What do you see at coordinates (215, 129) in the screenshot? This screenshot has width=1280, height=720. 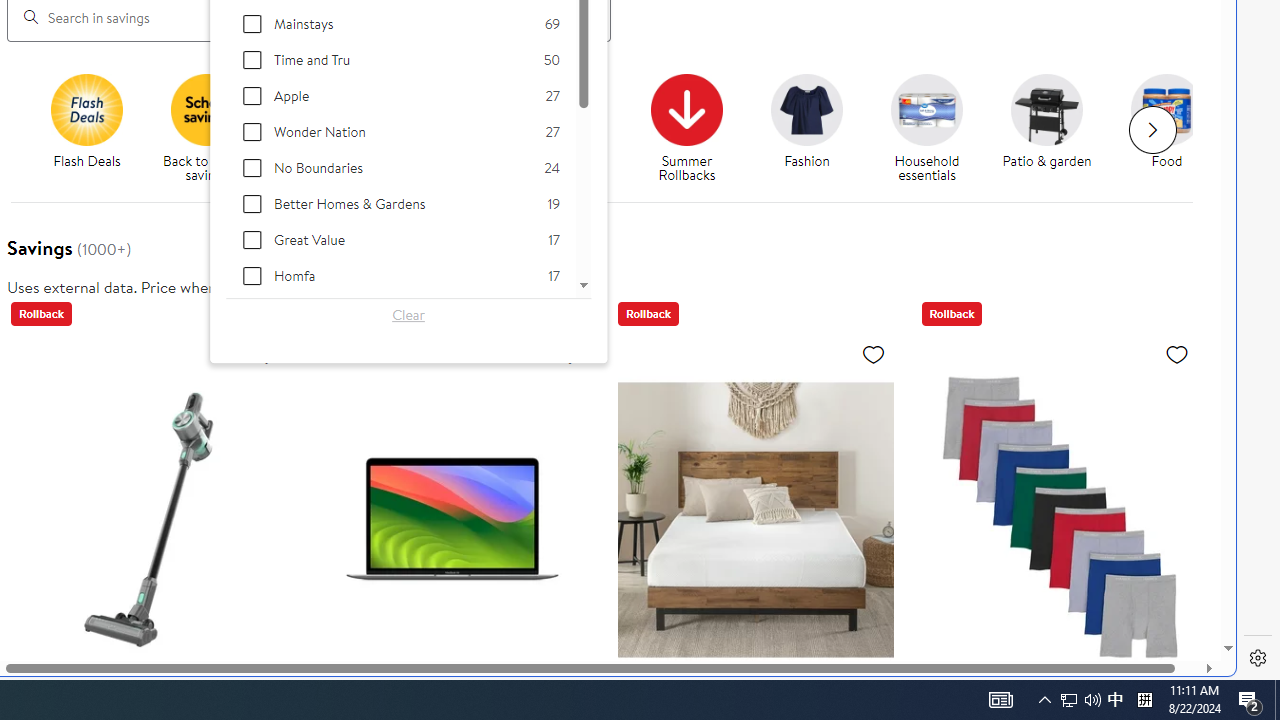 I see `'Back to school savings'` at bounding box center [215, 129].